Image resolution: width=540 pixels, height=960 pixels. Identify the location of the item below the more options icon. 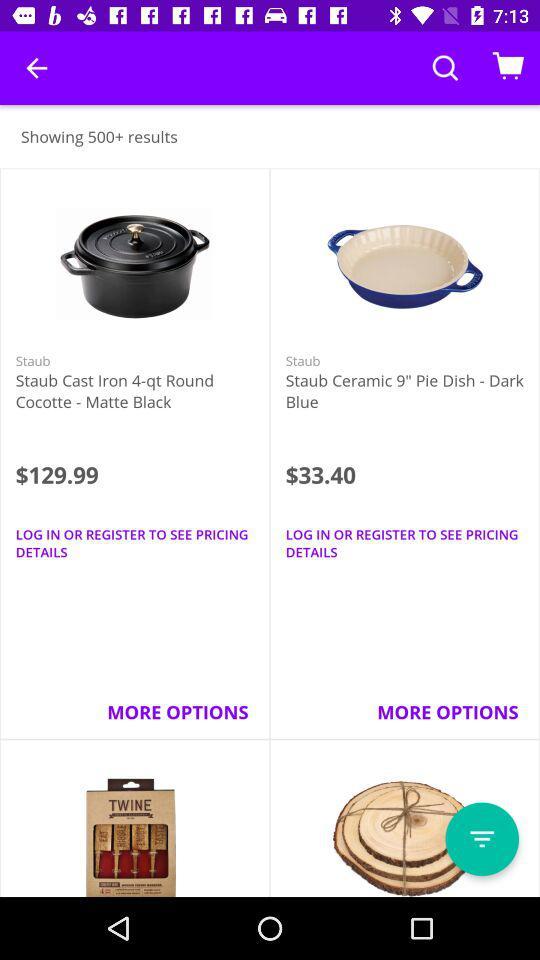
(481, 839).